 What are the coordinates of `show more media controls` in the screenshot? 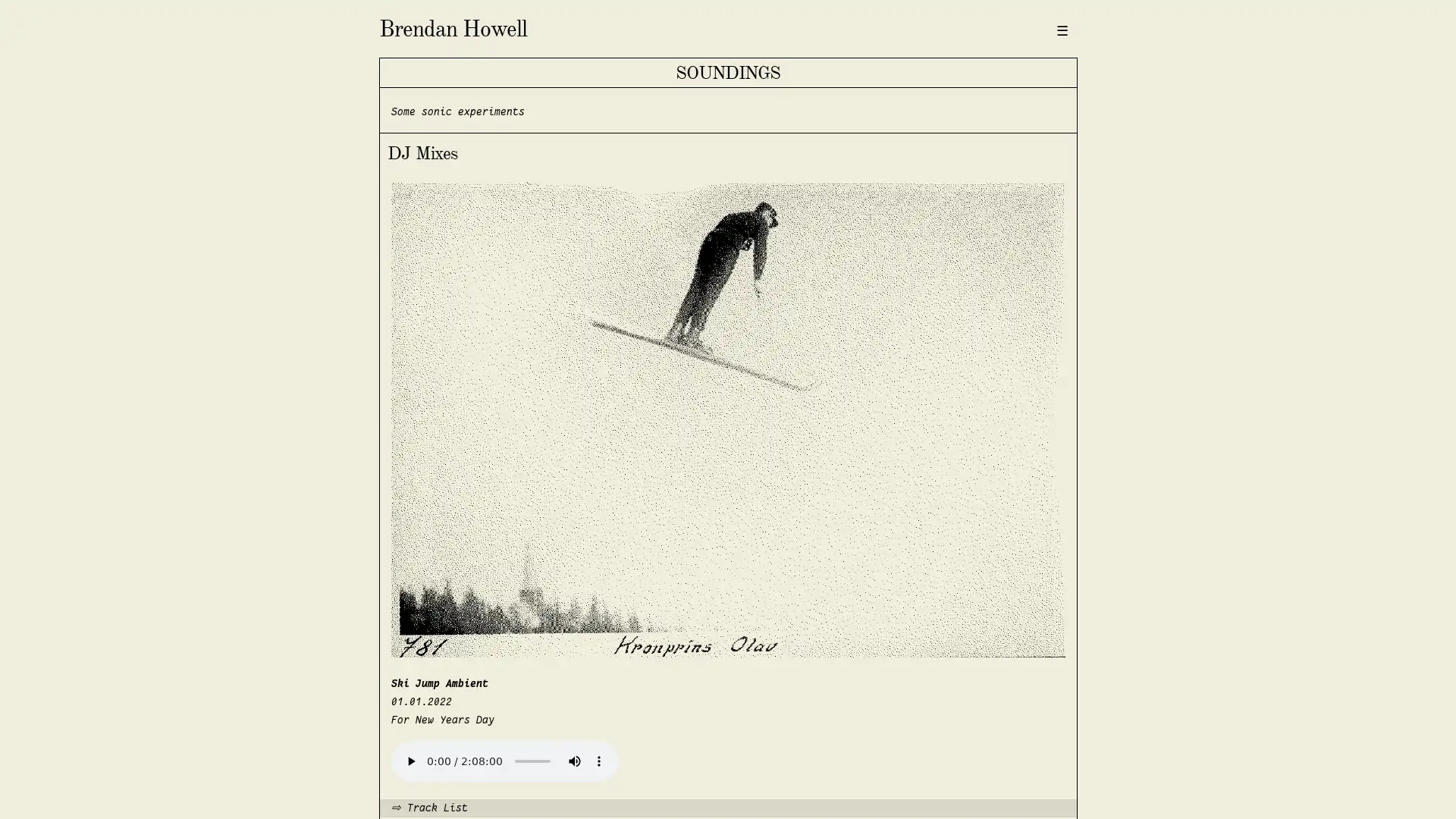 It's located at (597, 760).